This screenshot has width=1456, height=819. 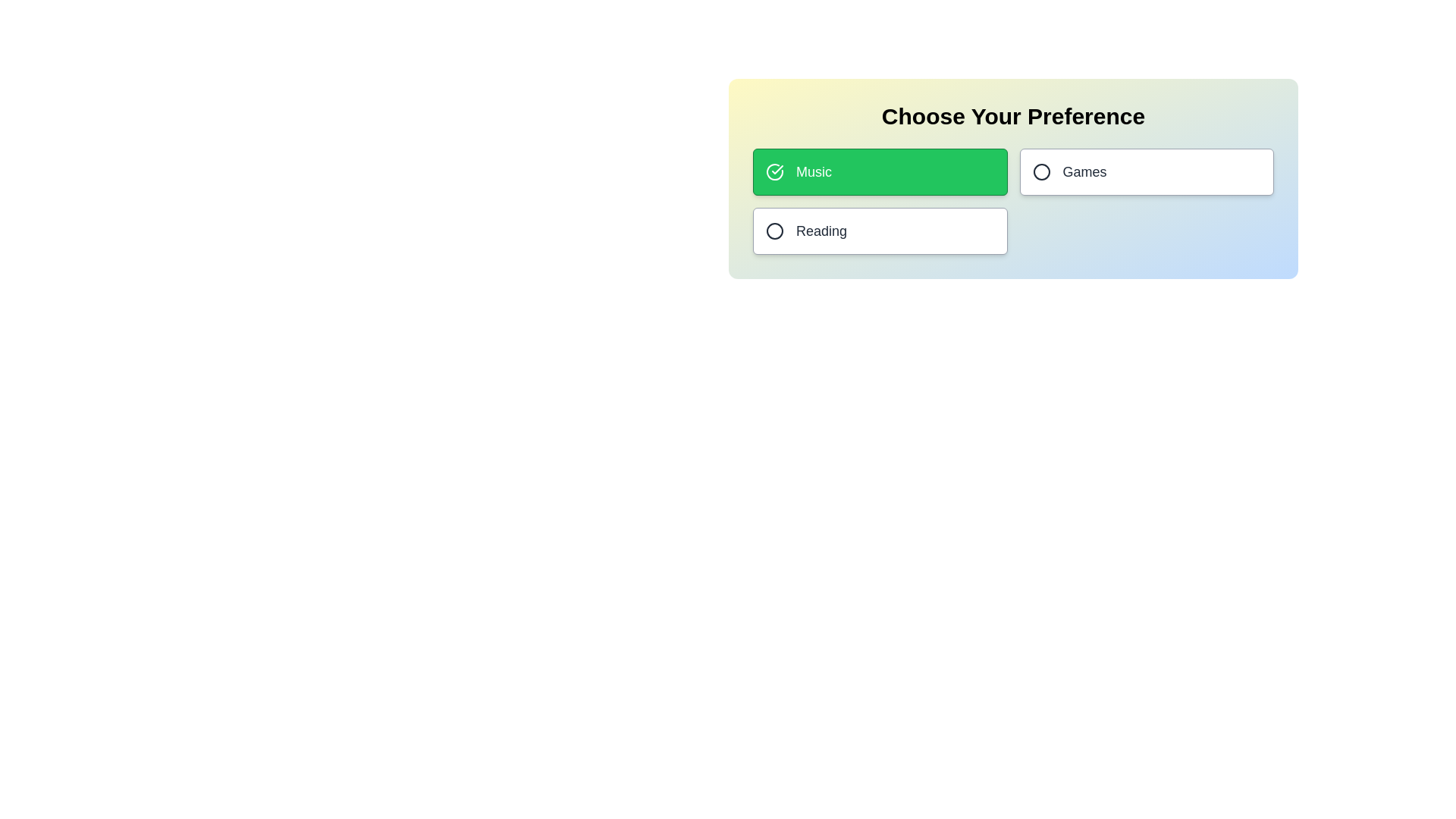 I want to click on the header text element that indicates the purpose of the selection options for 'Music', 'Games', and 'Reading', so click(x=1013, y=116).